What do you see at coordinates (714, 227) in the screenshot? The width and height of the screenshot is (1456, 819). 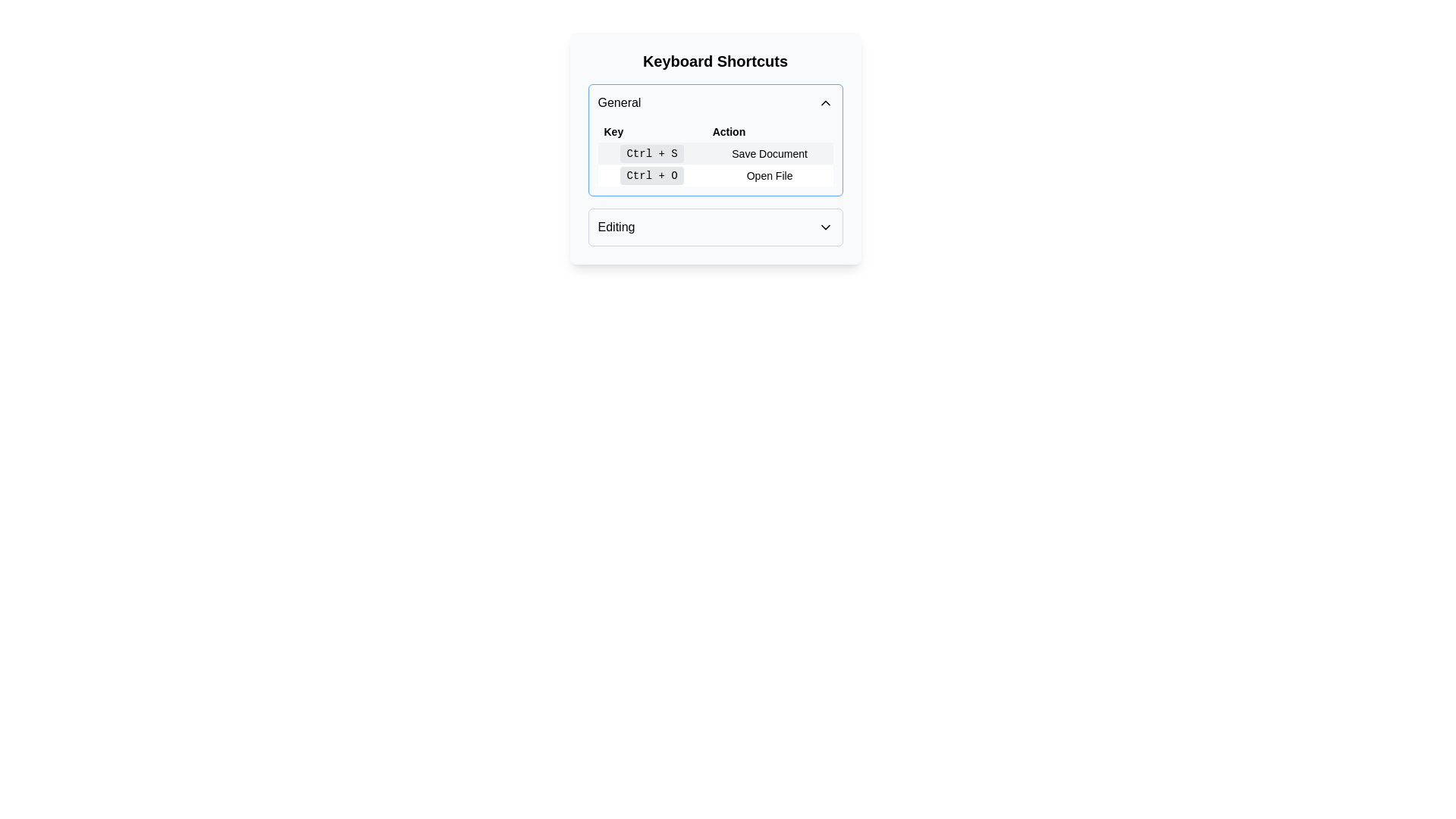 I see `an option from the dropdown menu labeled 'Editing' located in the 'Keyboard Shortcuts' section by clicking on it` at bounding box center [714, 227].